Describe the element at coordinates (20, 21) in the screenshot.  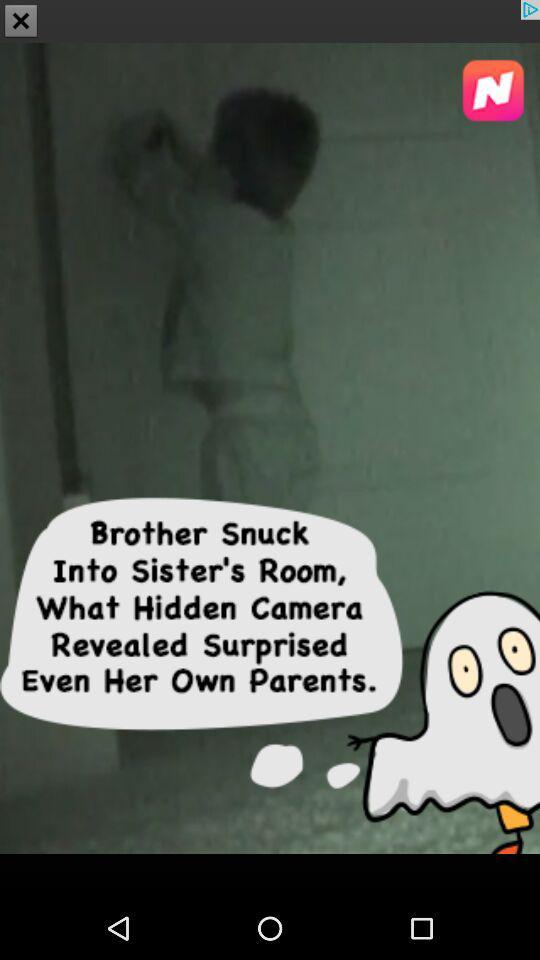
I see `the close icon` at that location.